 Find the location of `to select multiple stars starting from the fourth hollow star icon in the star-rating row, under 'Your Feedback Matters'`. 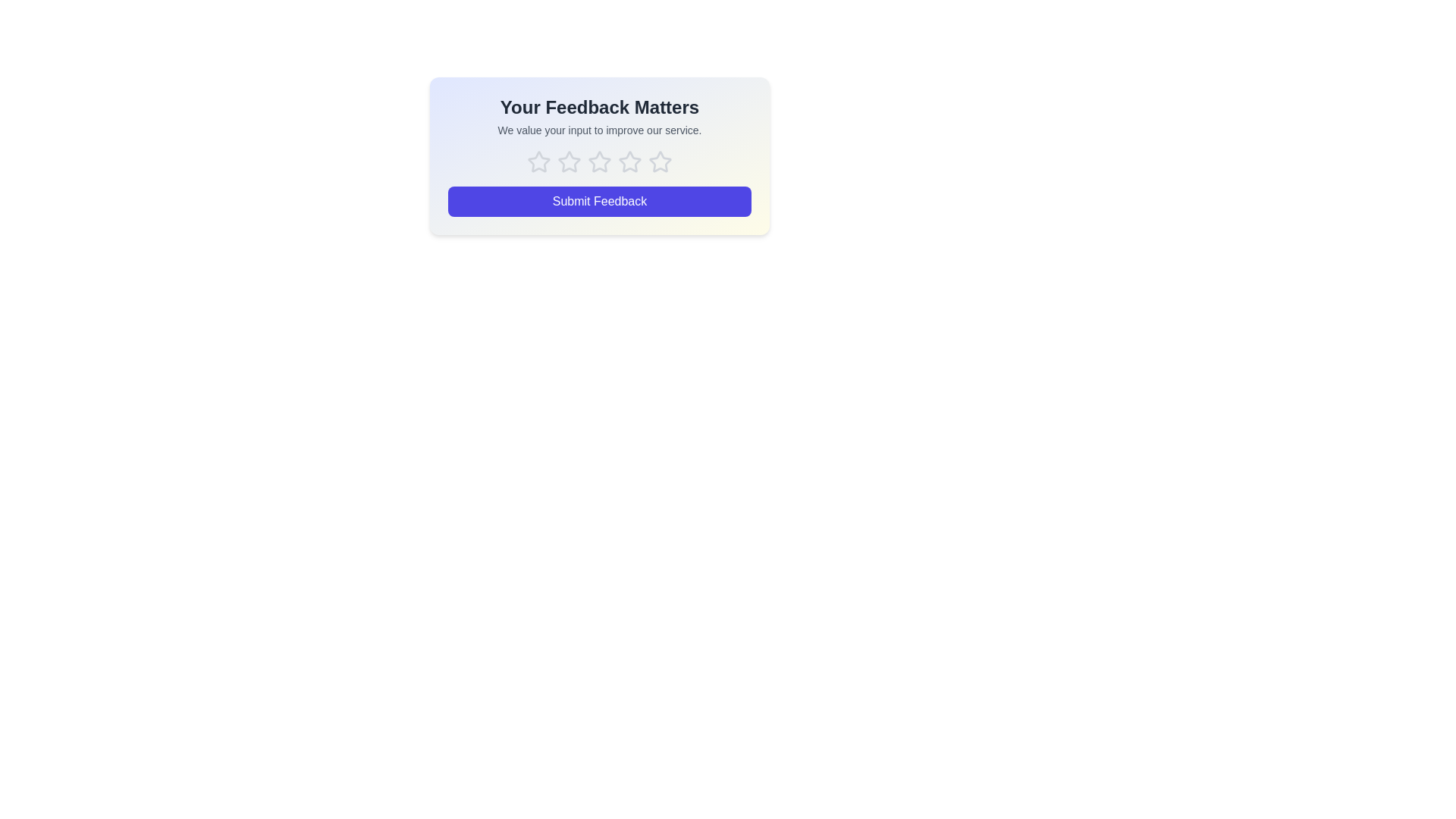

to select multiple stars starting from the fourth hollow star icon in the star-rating row, under 'Your Feedback Matters' is located at coordinates (599, 162).